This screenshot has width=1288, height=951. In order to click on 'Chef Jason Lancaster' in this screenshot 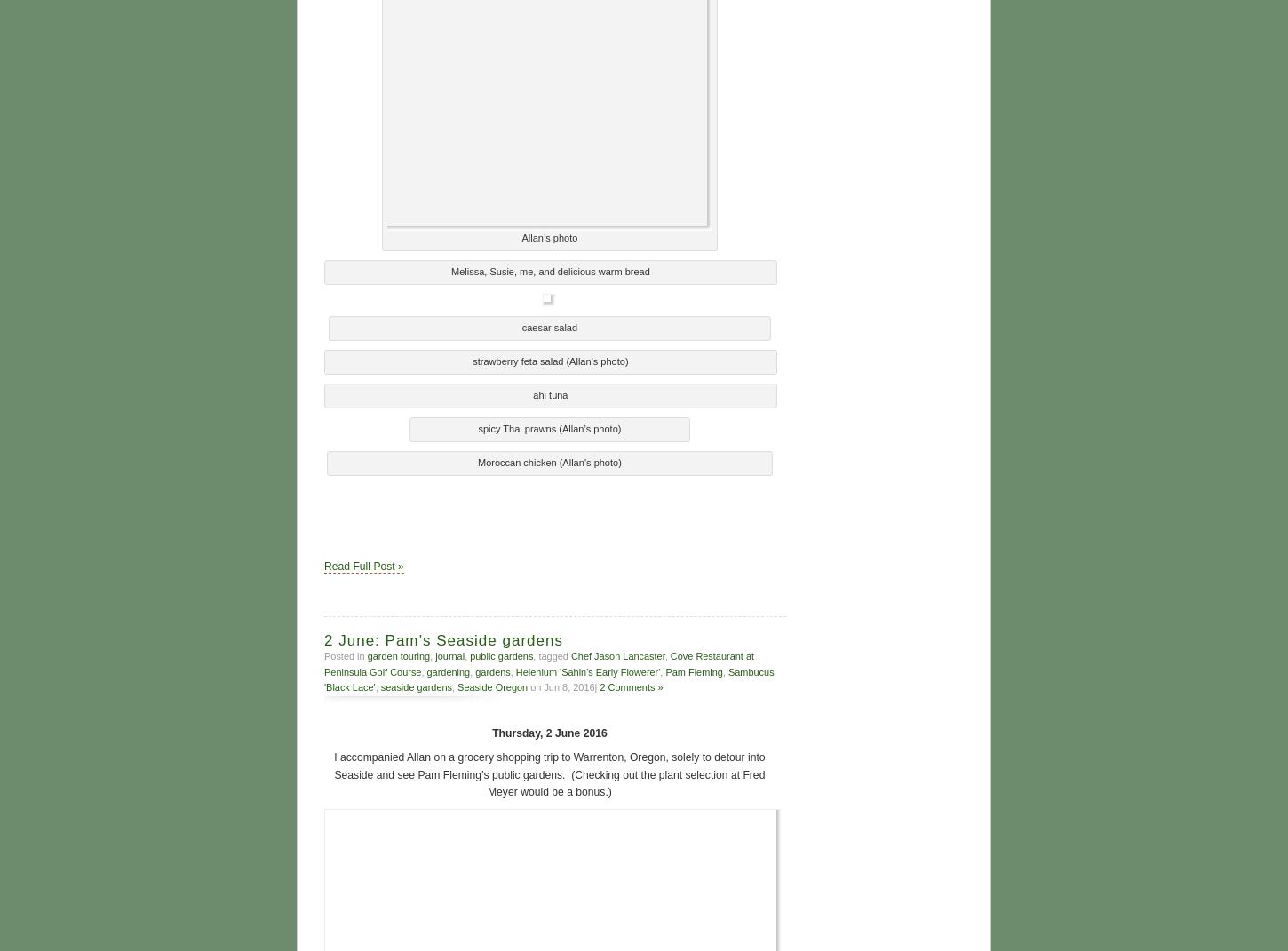, I will do `click(616, 654)`.